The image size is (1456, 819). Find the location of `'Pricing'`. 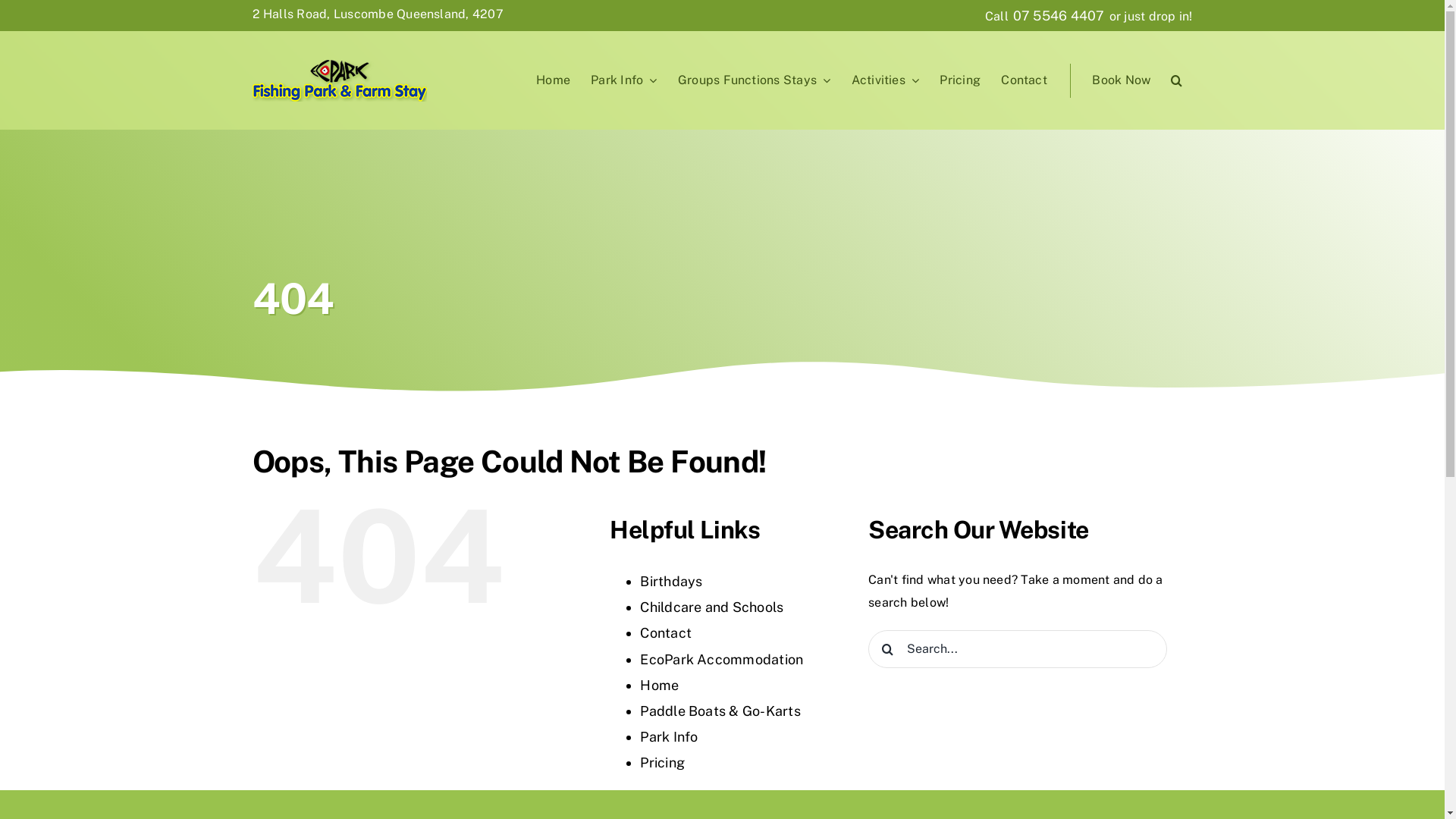

'Pricing' is located at coordinates (959, 80).